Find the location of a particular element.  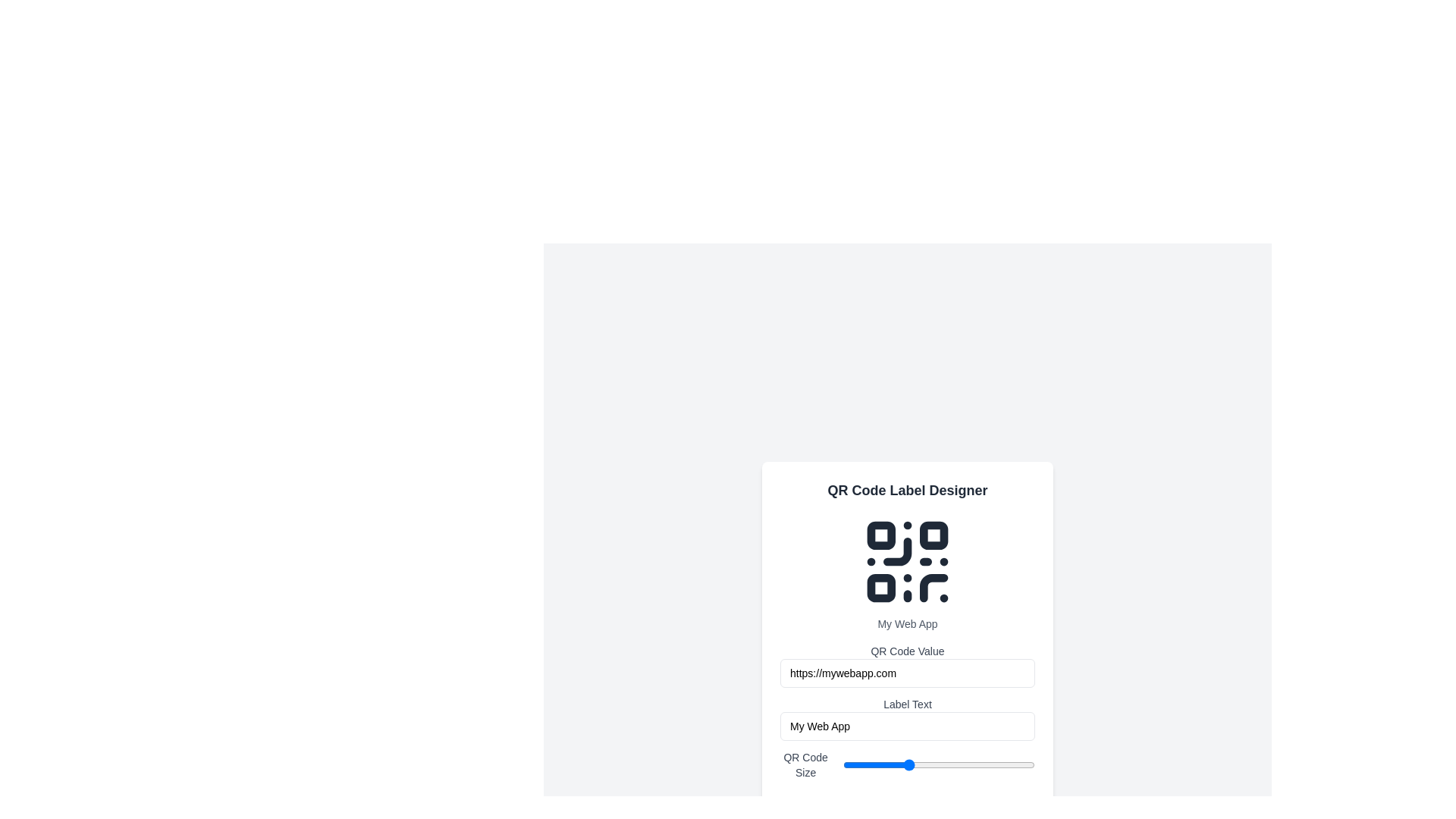

the QR code size is located at coordinates (877, 765).